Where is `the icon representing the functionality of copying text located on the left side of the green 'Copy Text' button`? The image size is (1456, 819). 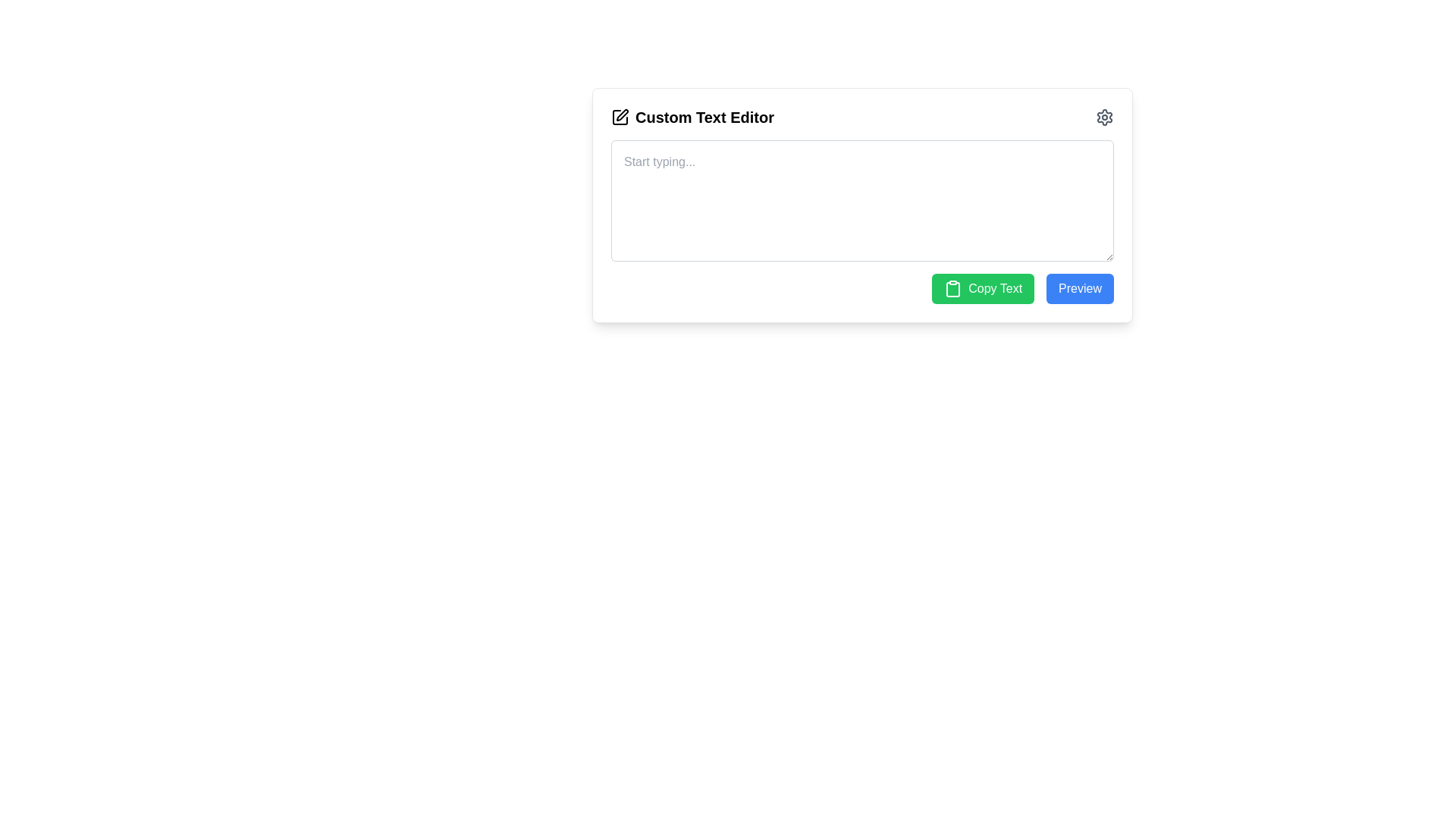
the icon representing the functionality of copying text located on the left side of the green 'Copy Text' button is located at coordinates (952, 289).